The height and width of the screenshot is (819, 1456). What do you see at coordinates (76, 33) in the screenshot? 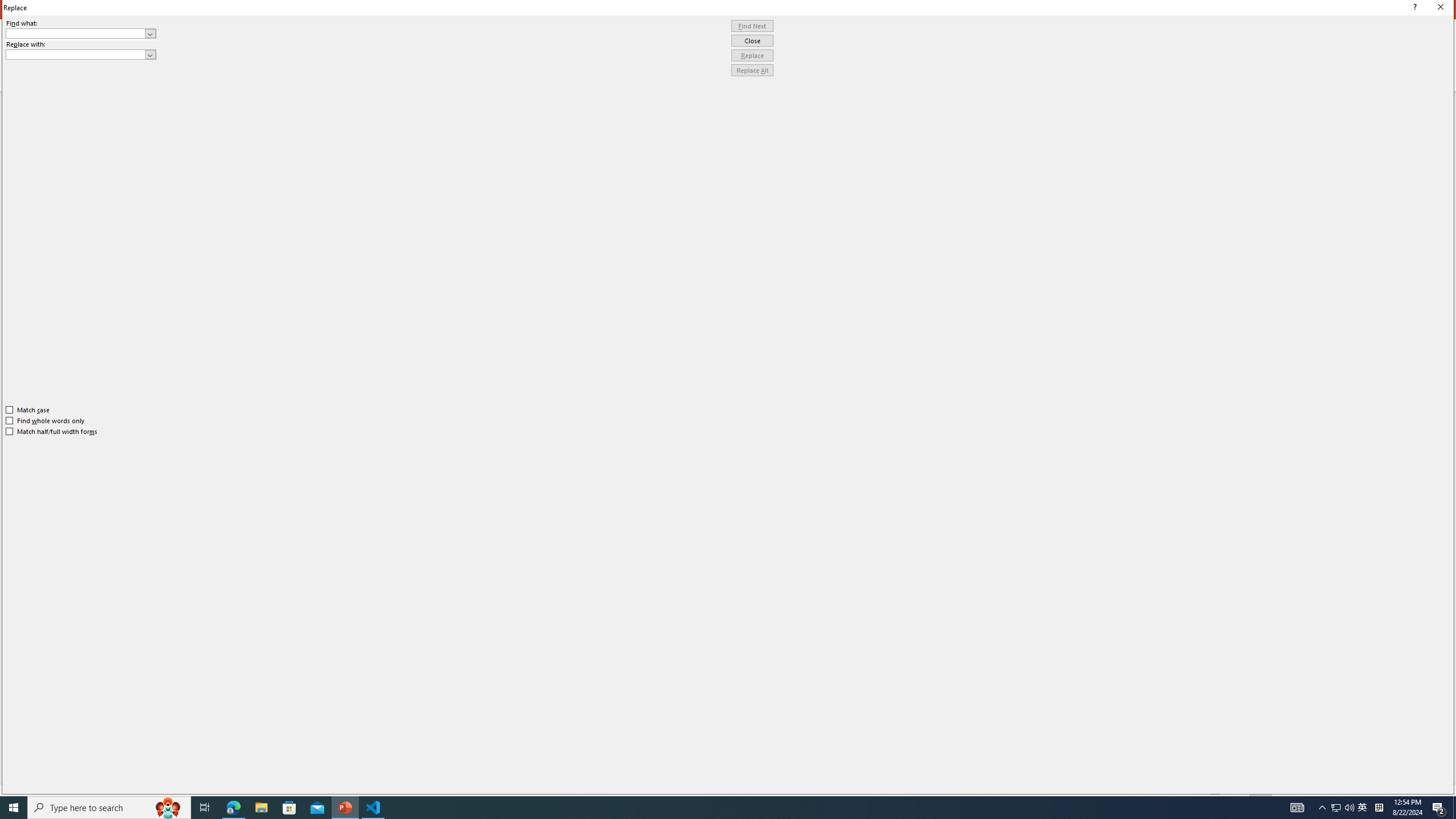
I see `'Find what'` at bounding box center [76, 33].